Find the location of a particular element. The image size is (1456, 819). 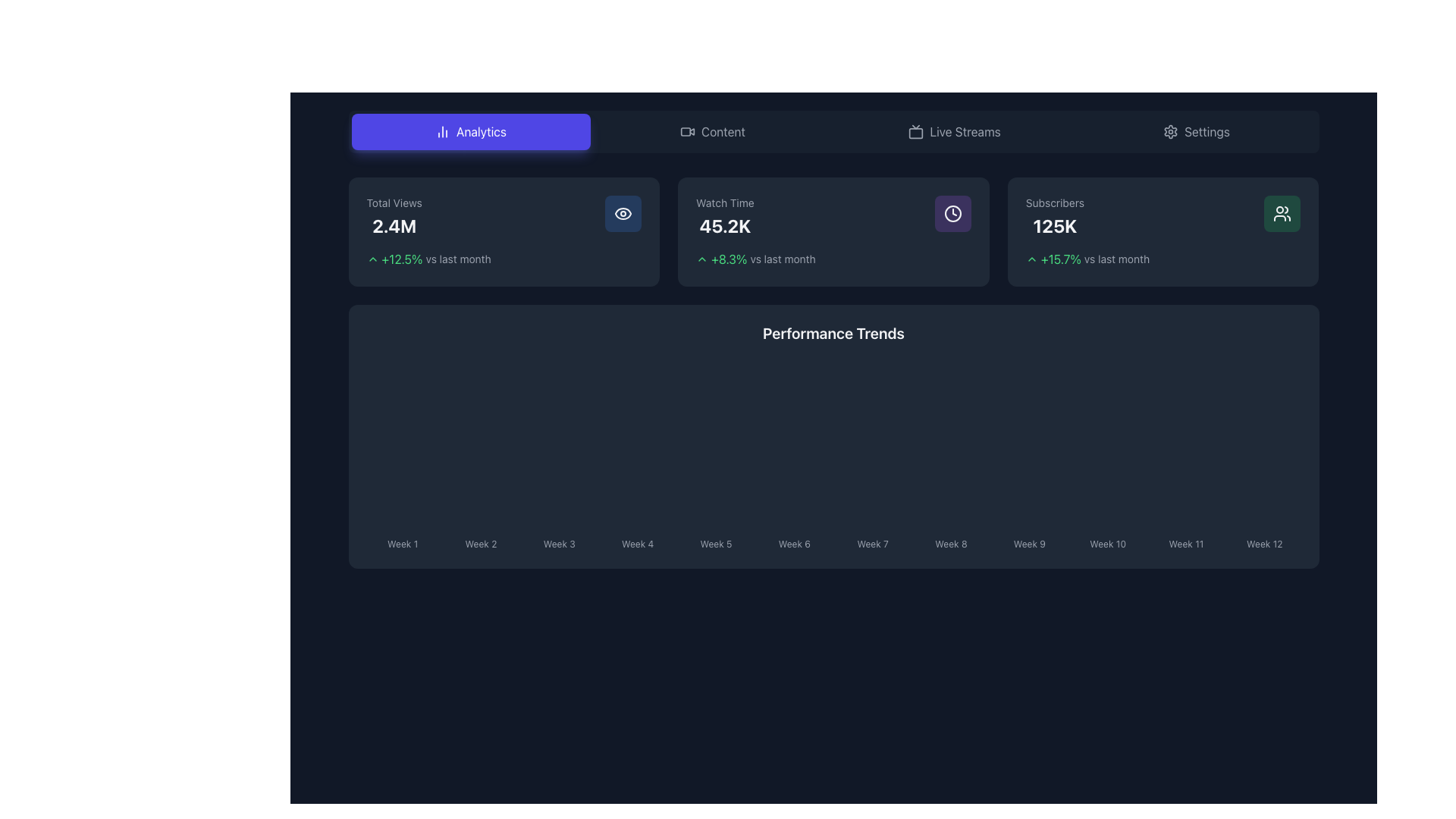

the text label indicating the seventh week in the chronological series, located in the lower central section of the interface is located at coordinates (873, 543).